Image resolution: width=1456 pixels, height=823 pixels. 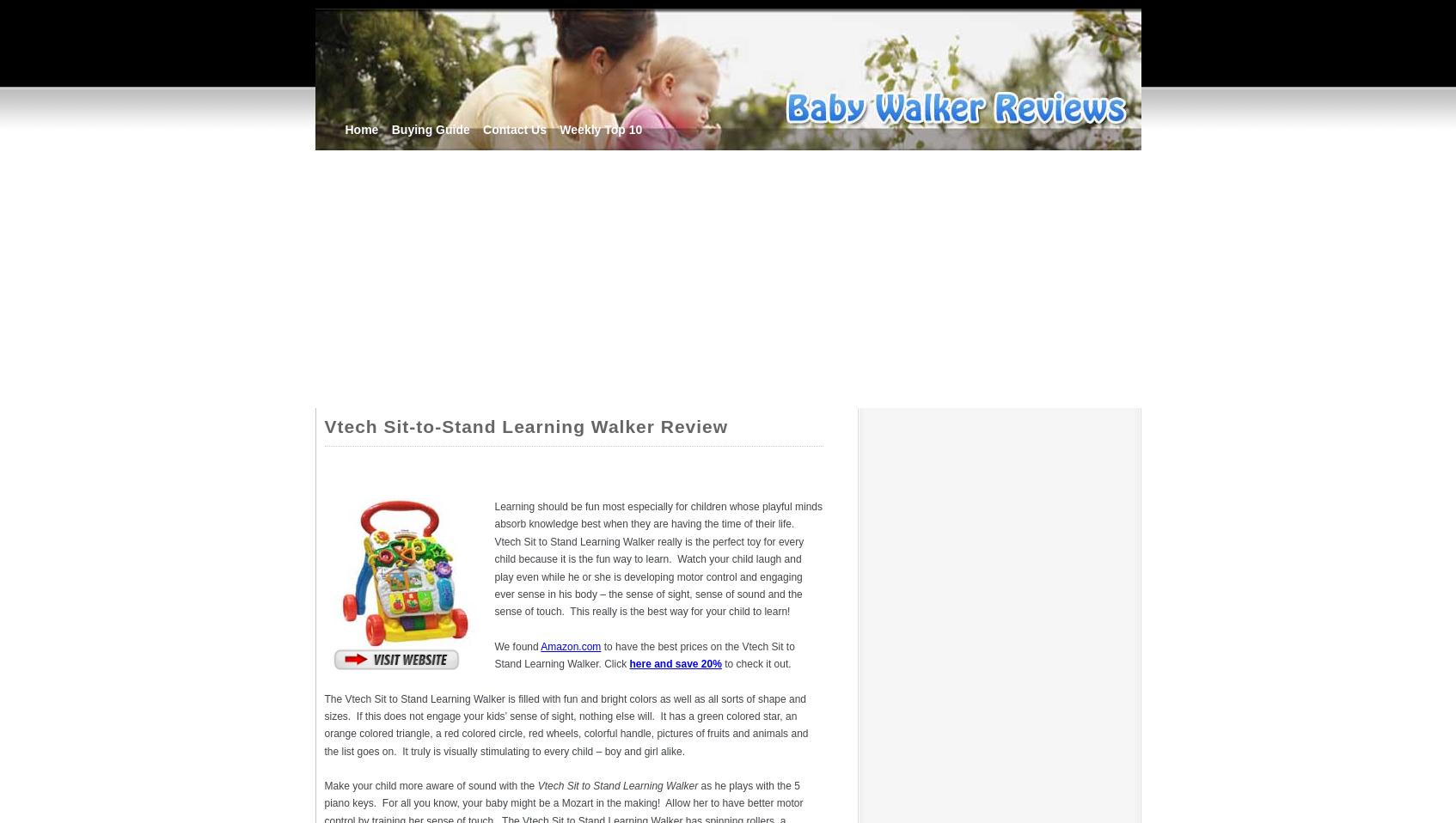 What do you see at coordinates (429, 129) in the screenshot?
I see `'Buying Guide'` at bounding box center [429, 129].